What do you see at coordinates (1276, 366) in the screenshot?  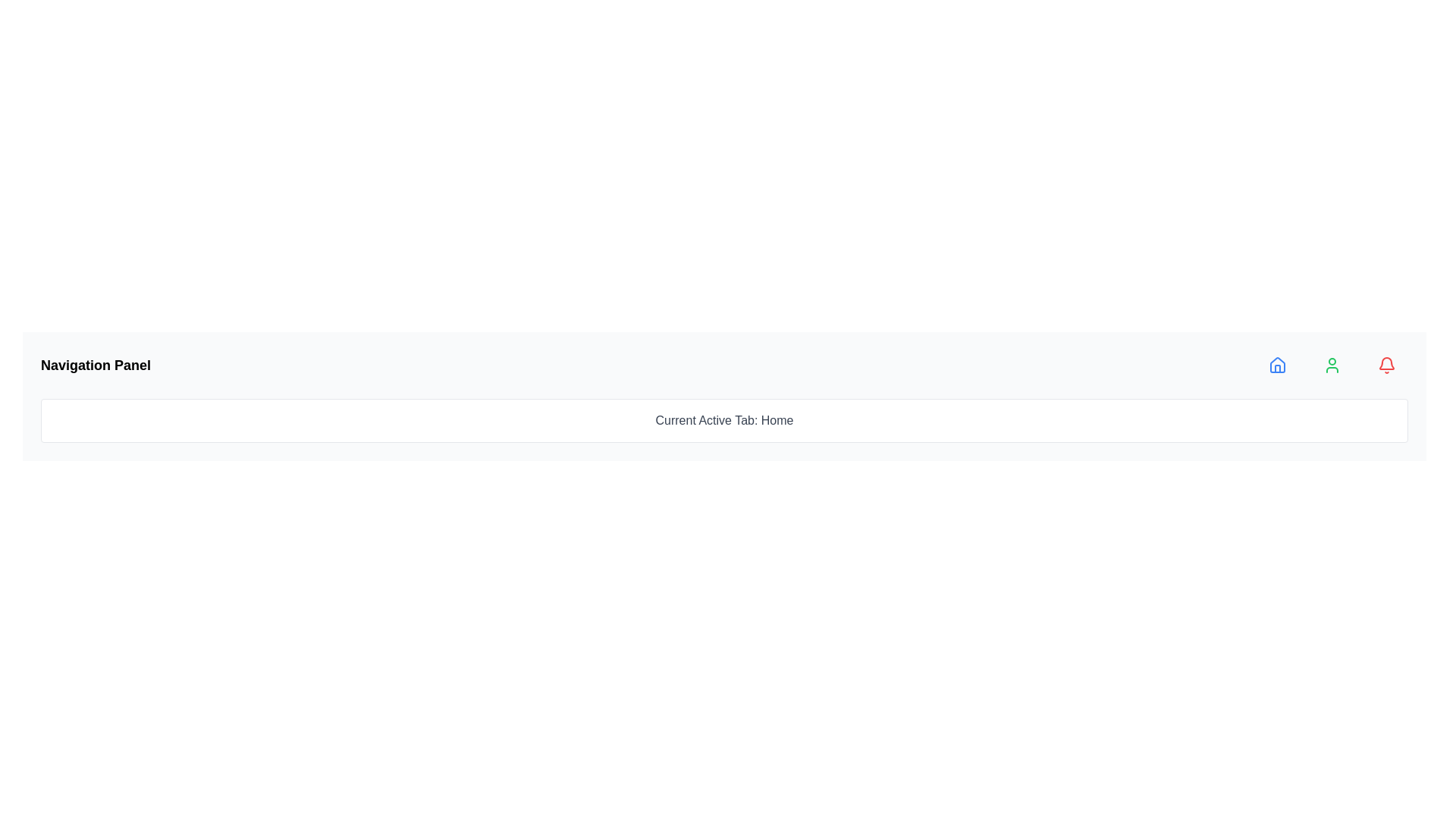 I see `the Home button located` at bounding box center [1276, 366].